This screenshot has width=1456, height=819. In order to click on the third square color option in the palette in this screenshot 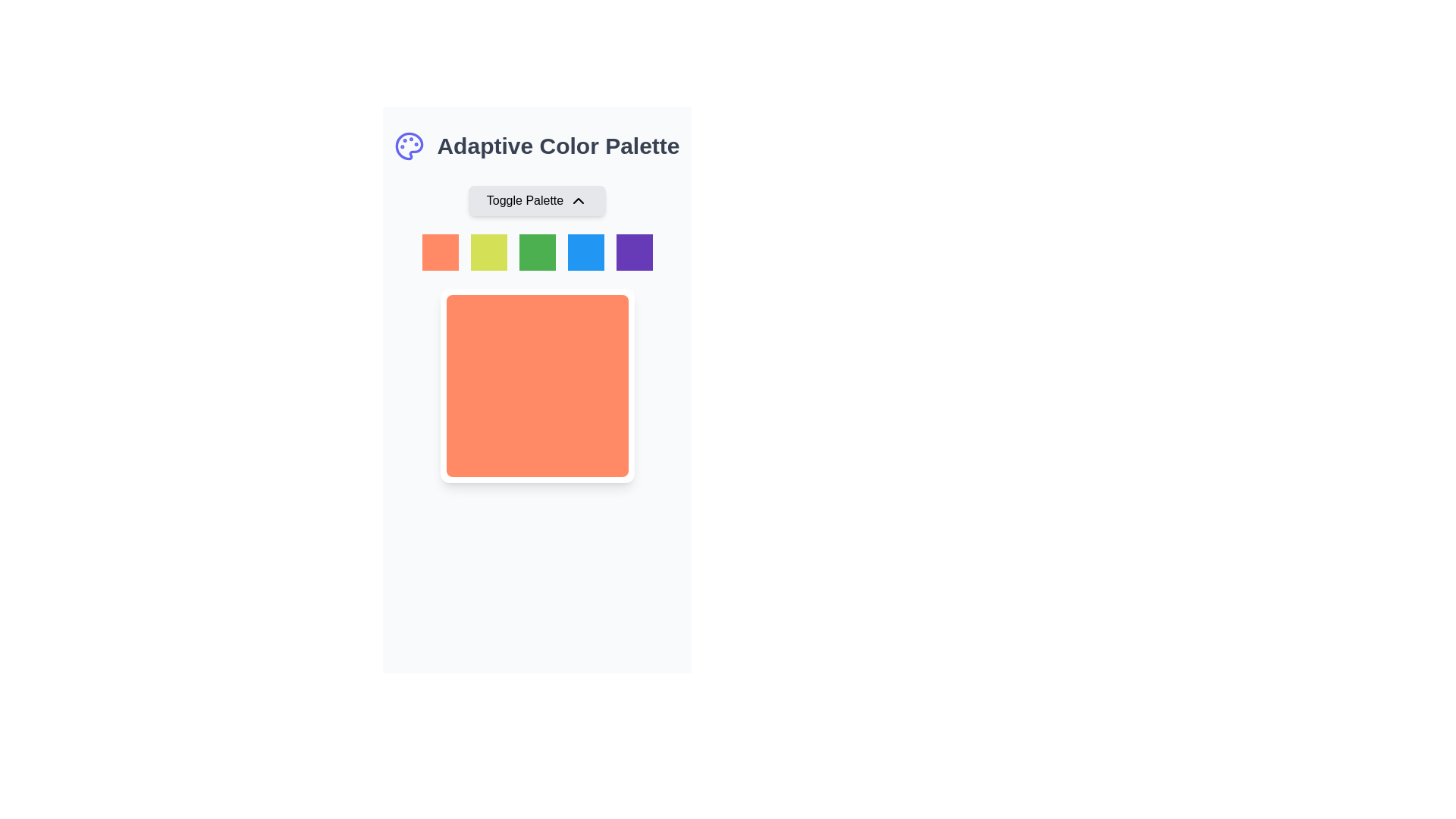, I will do `click(537, 251)`.